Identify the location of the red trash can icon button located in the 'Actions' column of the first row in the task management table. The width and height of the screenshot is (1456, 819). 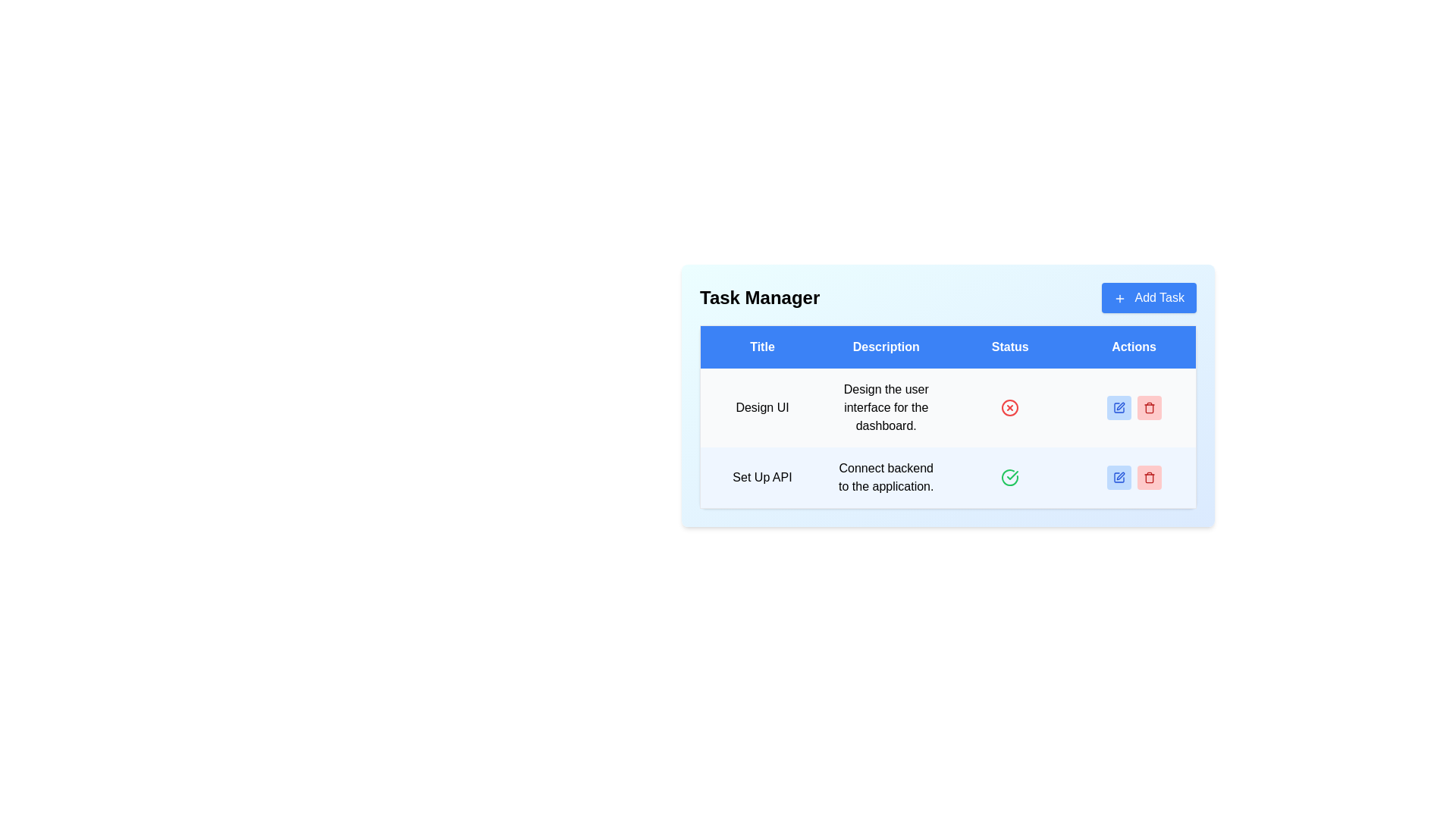
(1149, 406).